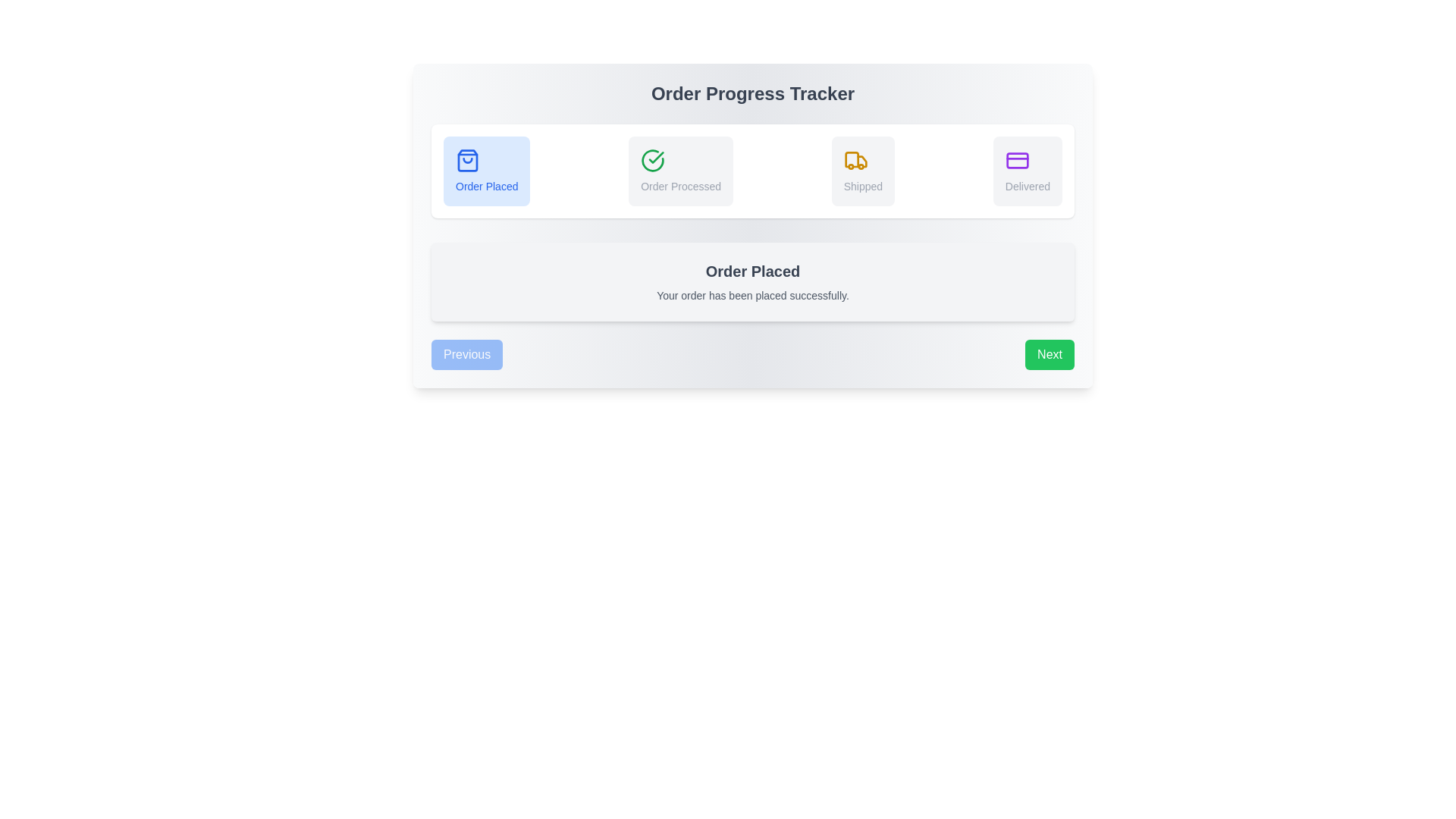 Image resolution: width=1456 pixels, height=819 pixels. Describe the element at coordinates (656, 158) in the screenshot. I see `the Graphical Icon indicating 'Order Processed', which is the second step in the horizontal progress tracker row between 'Order Placed' and 'Shipped'` at that location.